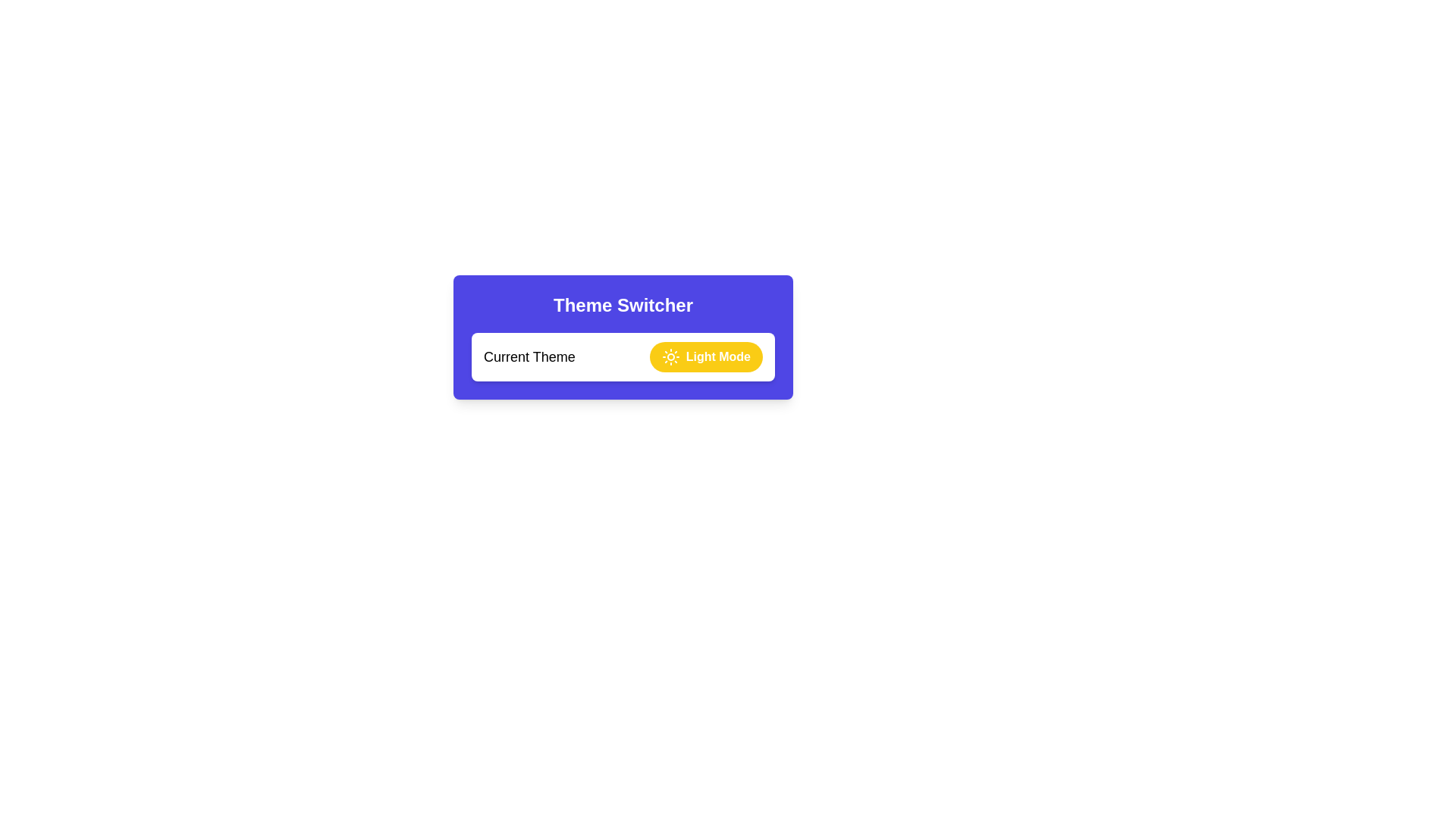 The height and width of the screenshot is (819, 1456). What do you see at coordinates (705, 356) in the screenshot?
I see `the 'Light Mode' button to toggle the theme` at bounding box center [705, 356].